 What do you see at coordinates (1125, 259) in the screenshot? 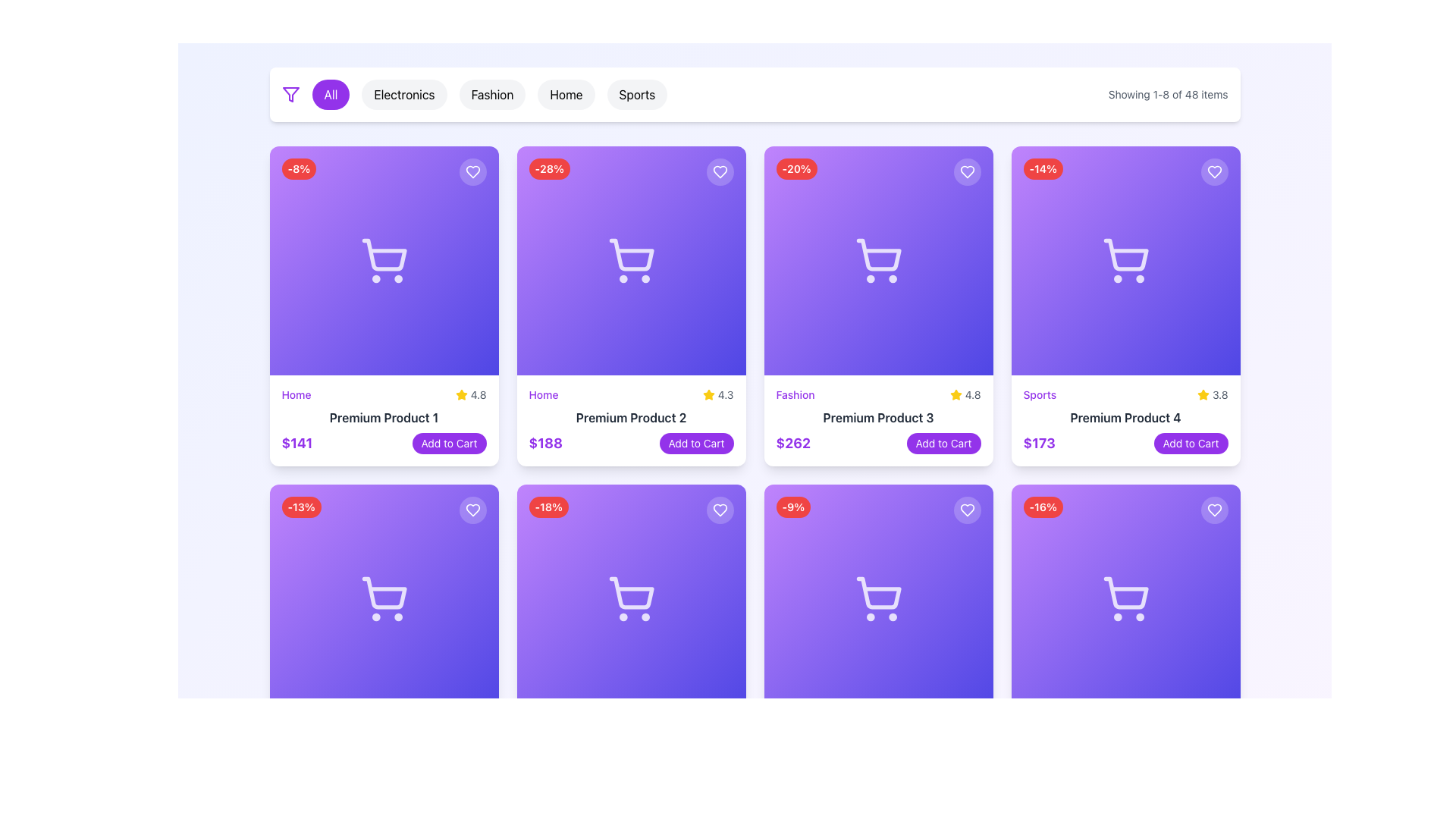
I see `the shopping cart icon, which is outlined in white and set against a purple gradient background, located within a purple card in the grid layout` at bounding box center [1125, 259].